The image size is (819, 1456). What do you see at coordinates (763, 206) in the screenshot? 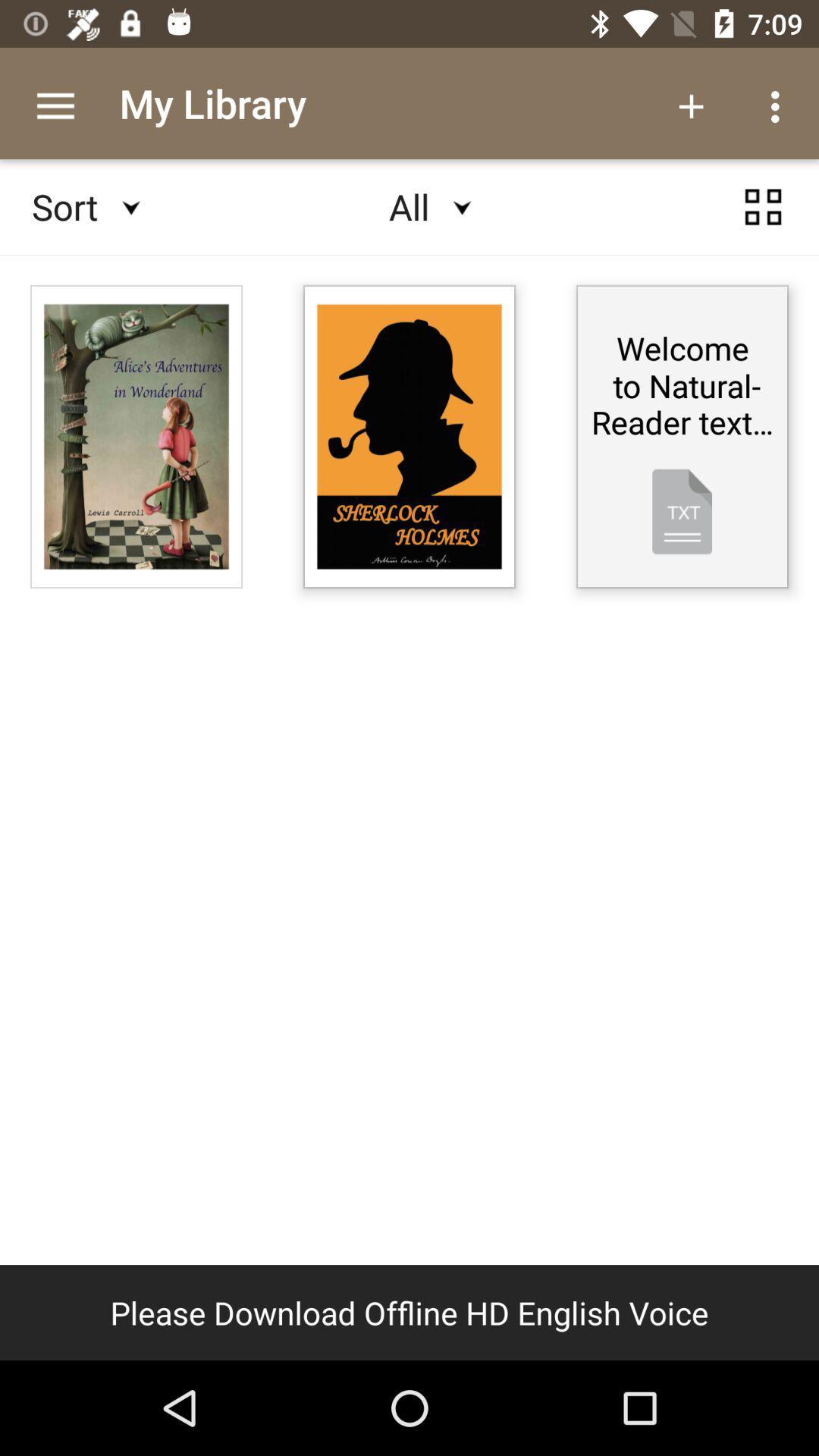
I see `menu button` at bounding box center [763, 206].